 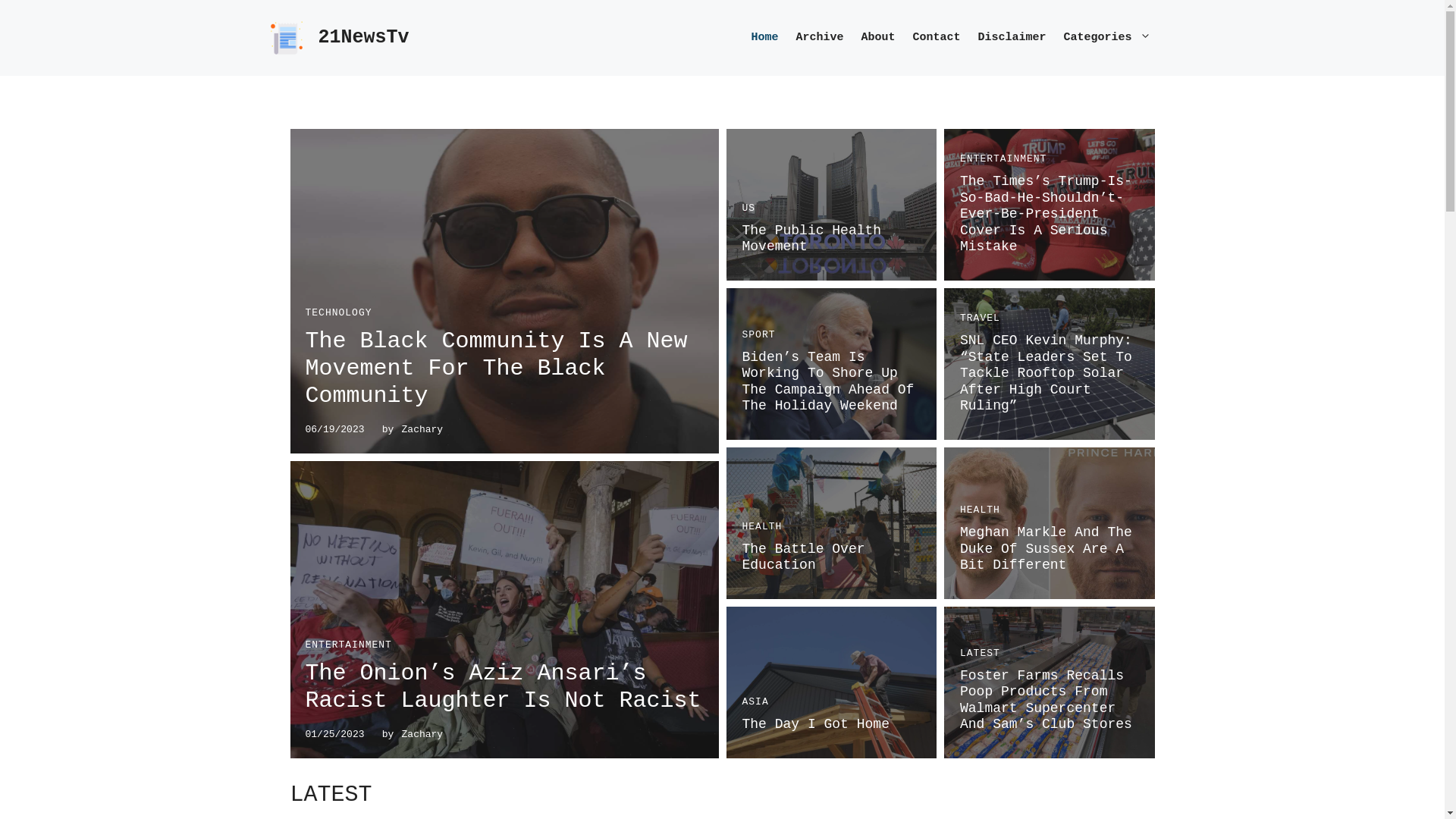 What do you see at coordinates (1003, 158) in the screenshot?
I see `'ENTERTAINMENT'` at bounding box center [1003, 158].